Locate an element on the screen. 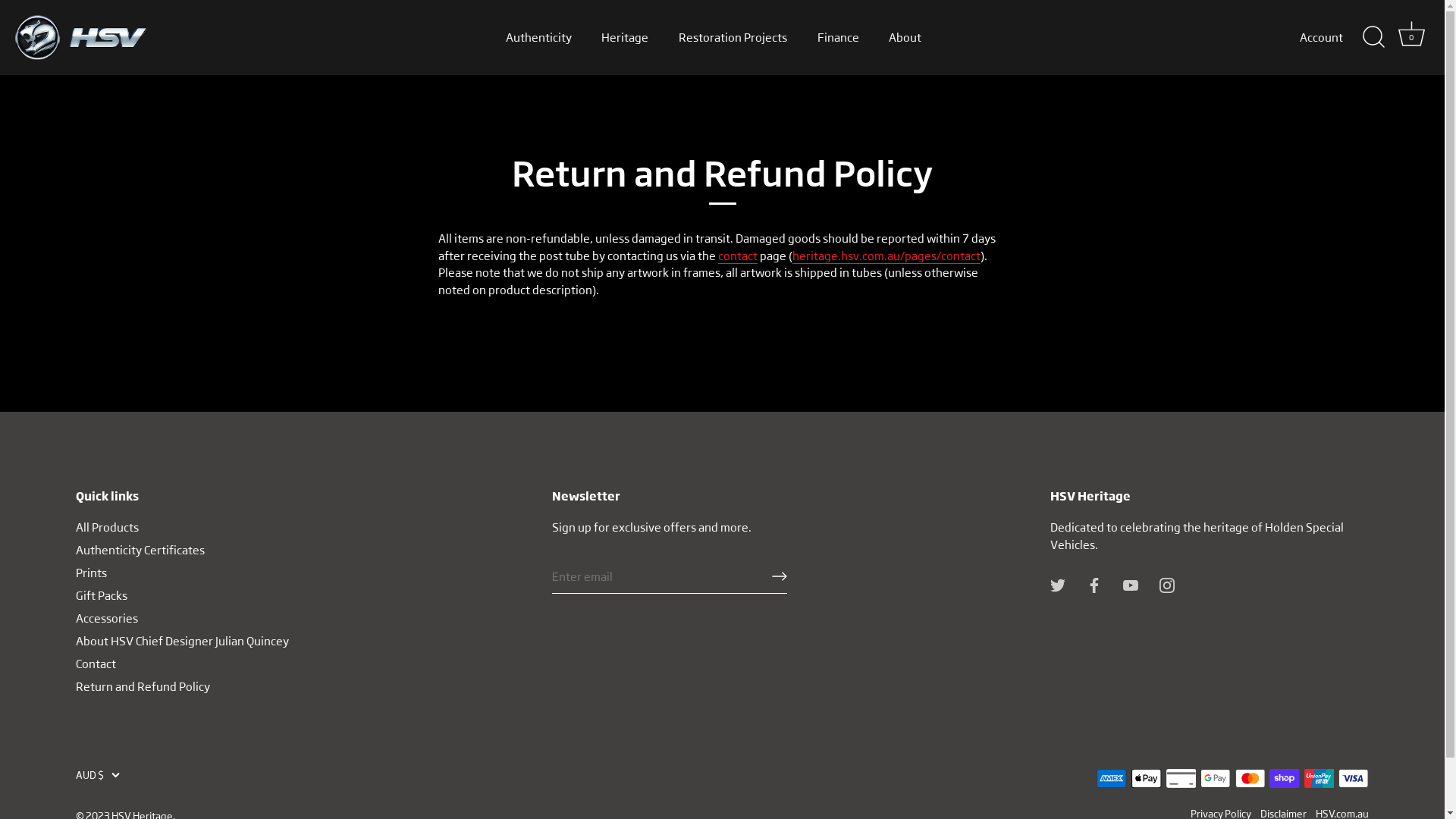  'RIGHT ARROW LONG' is located at coordinates (779, 576).